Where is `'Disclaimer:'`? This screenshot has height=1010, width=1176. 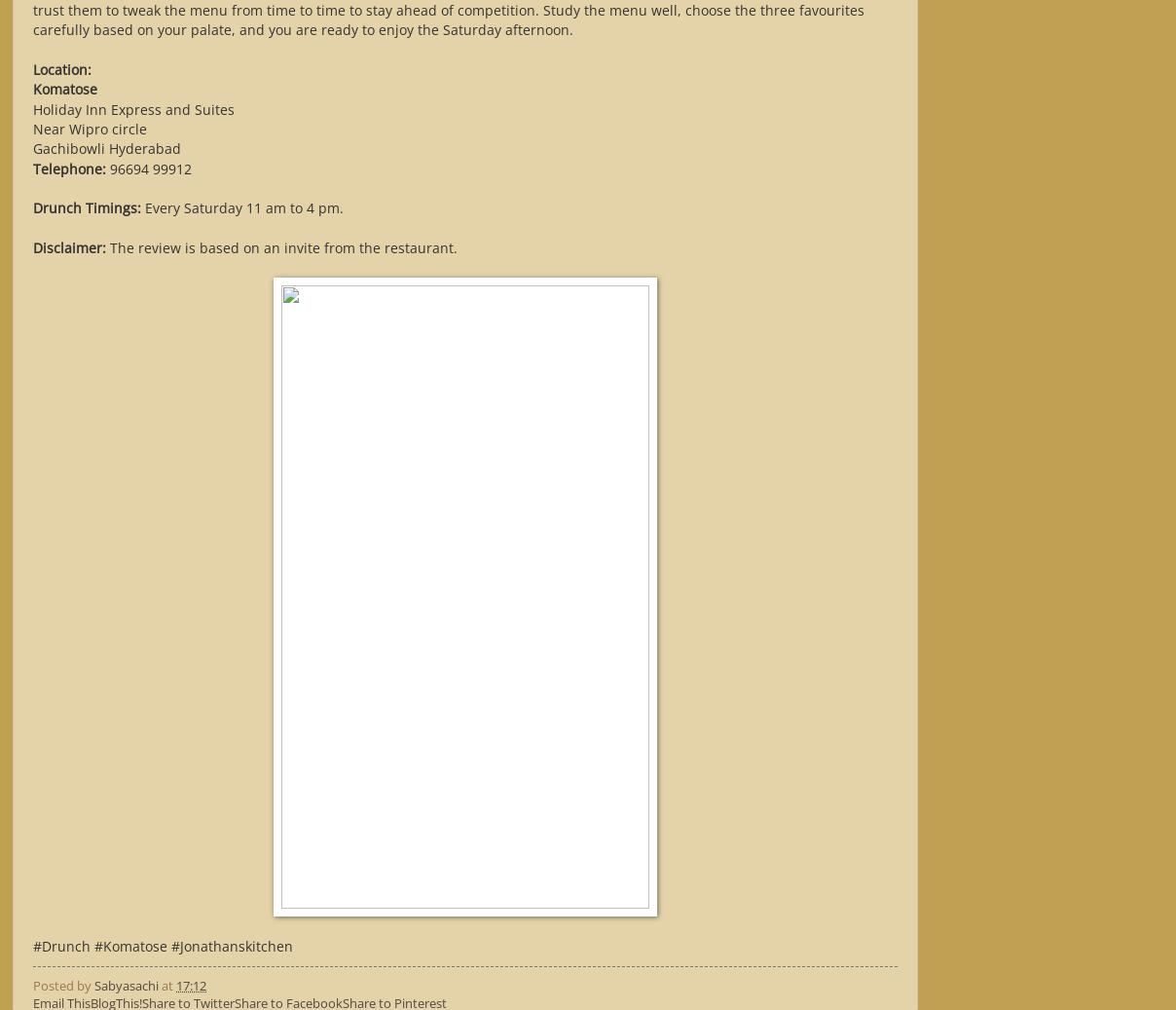
'Disclaimer:' is located at coordinates (68, 245).